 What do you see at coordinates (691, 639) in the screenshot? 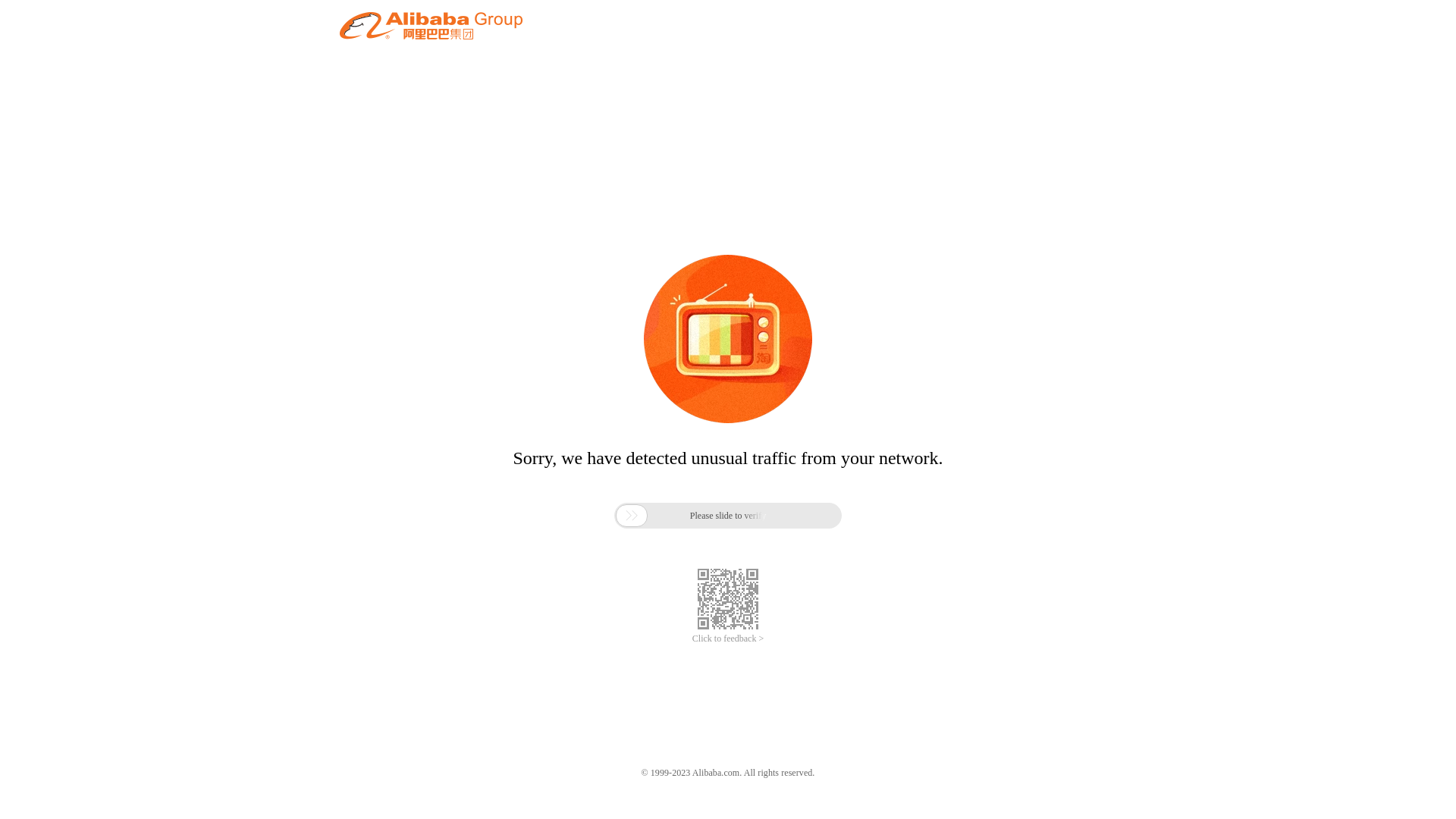
I see `'Click to feedback >'` at bounding box center [691, 639].